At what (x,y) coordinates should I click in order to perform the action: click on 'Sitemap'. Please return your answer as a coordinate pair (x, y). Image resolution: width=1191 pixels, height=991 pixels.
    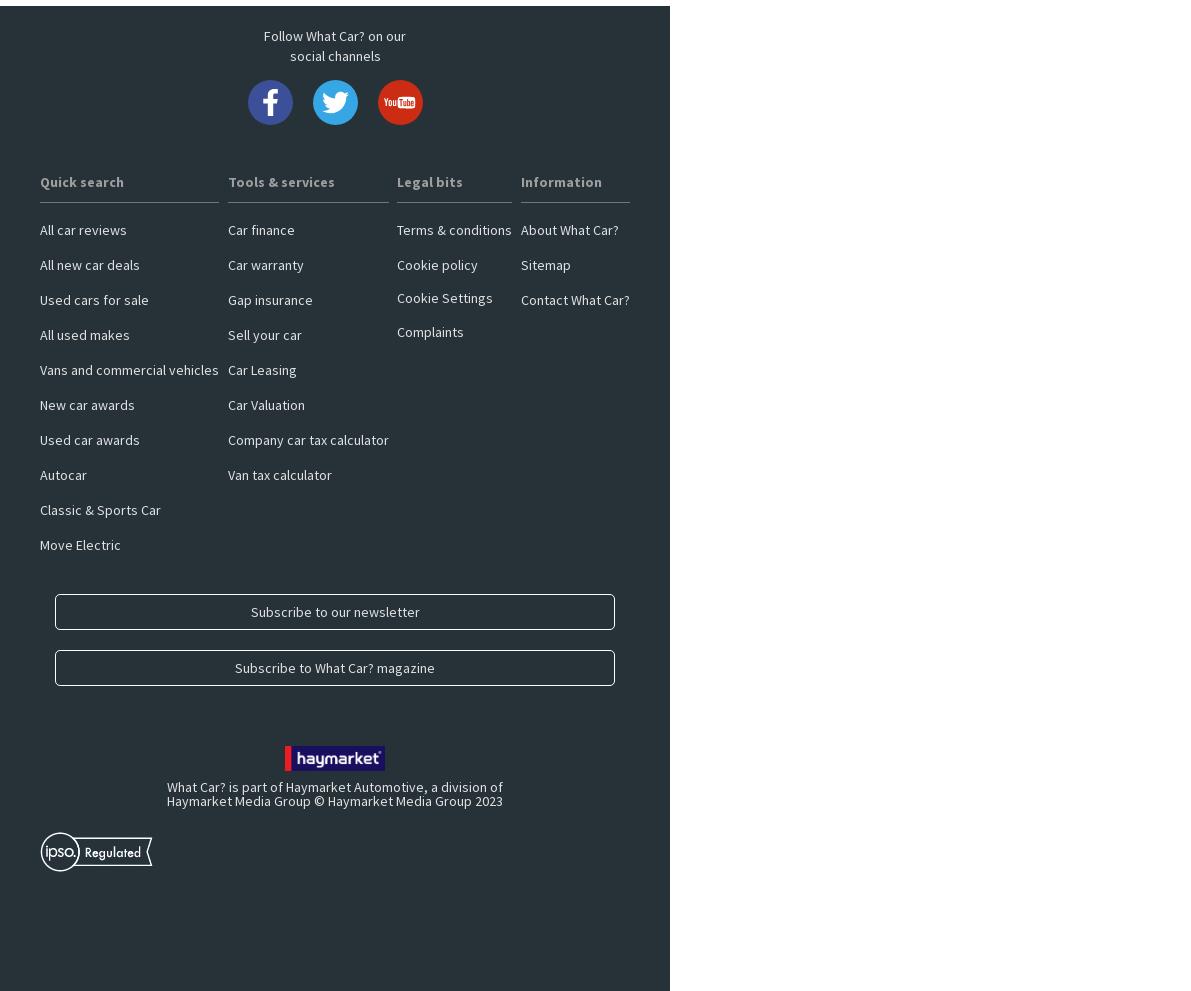
    Looking at the image, I should click on (544, 264).